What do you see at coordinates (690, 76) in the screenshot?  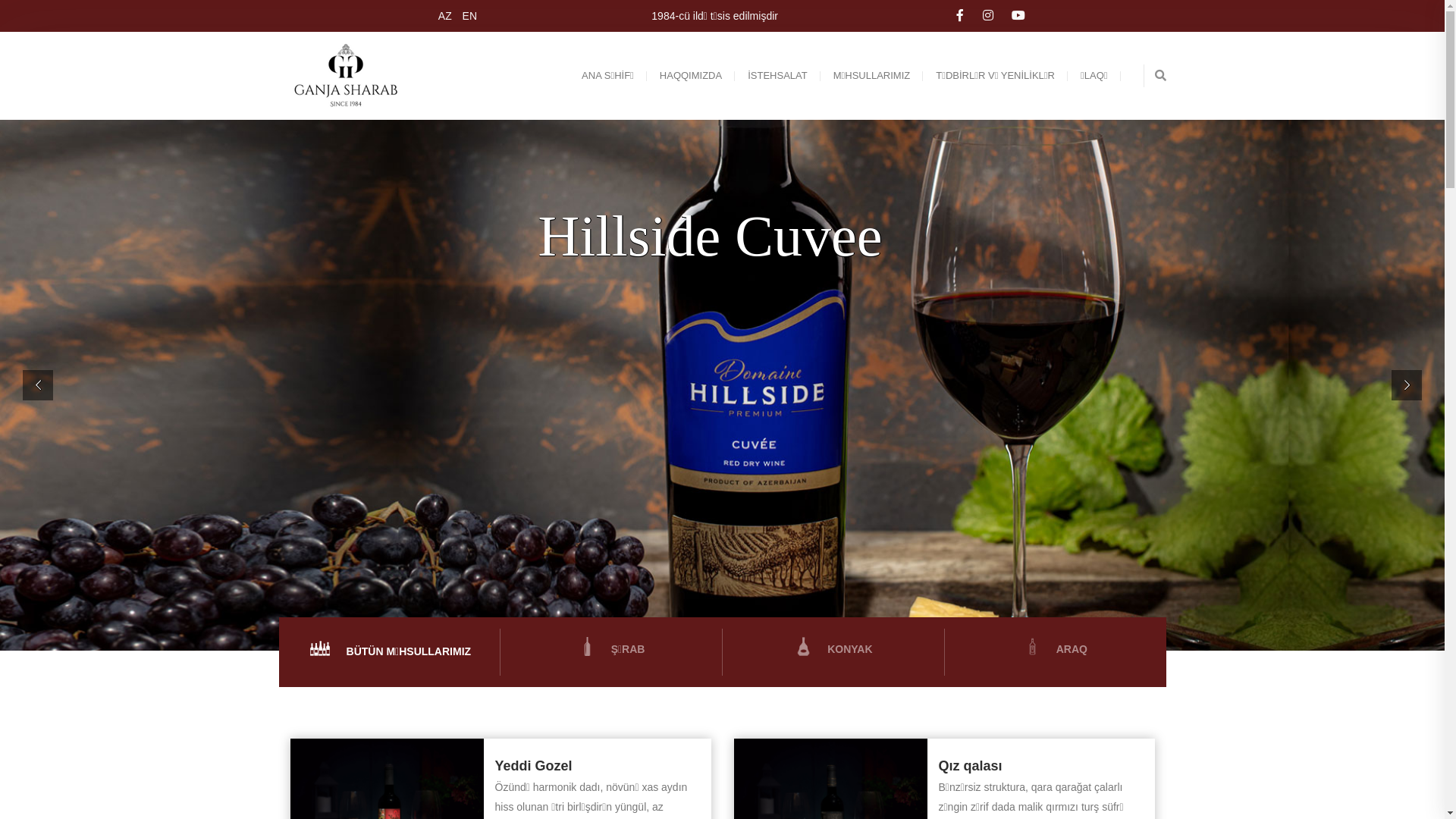 I see `'HAQQIMIZDA'` at bounding box center [690, 76].